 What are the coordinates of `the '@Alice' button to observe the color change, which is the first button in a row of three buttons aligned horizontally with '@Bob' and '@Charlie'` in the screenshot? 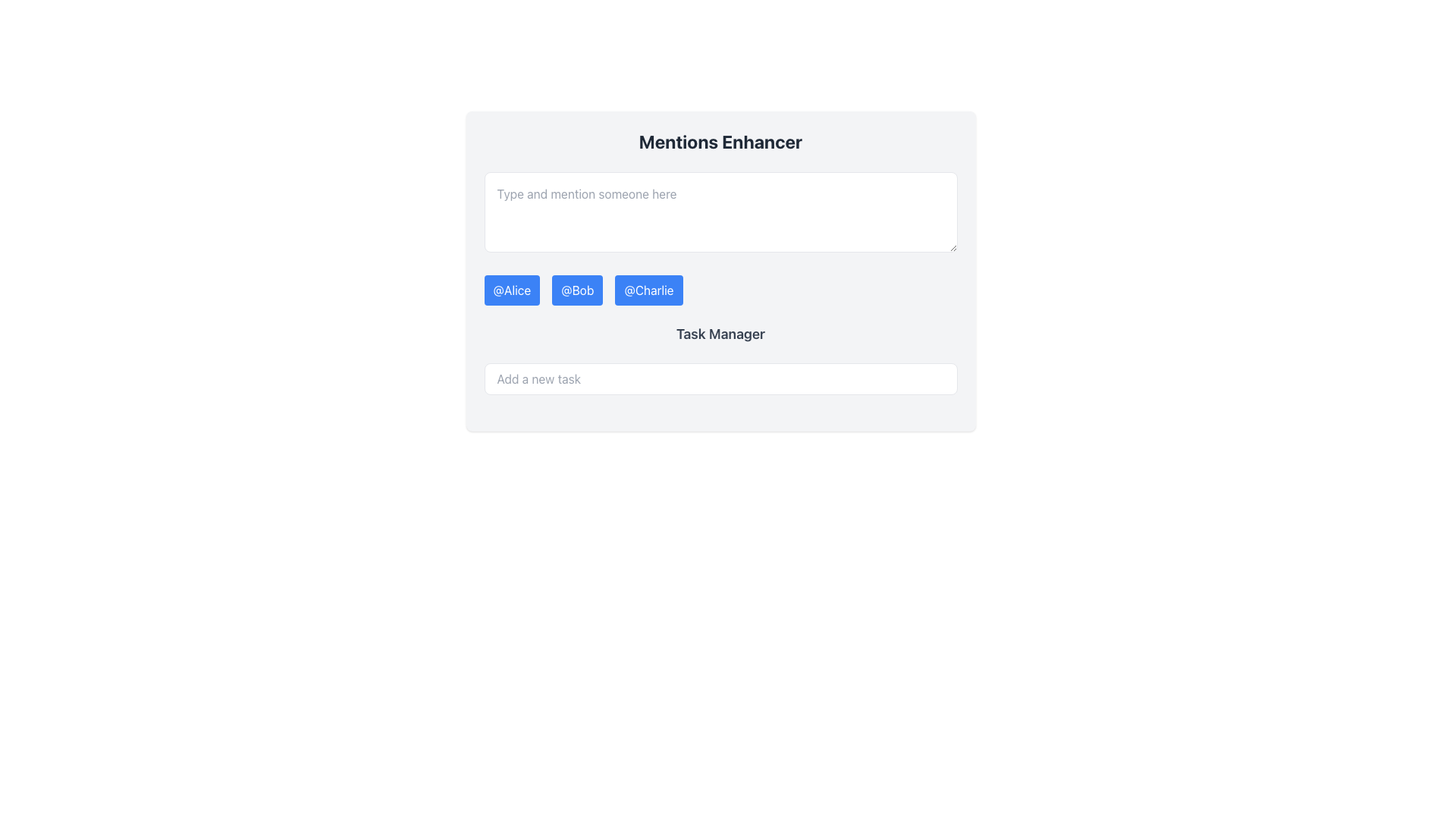 It's located at (512, 290).